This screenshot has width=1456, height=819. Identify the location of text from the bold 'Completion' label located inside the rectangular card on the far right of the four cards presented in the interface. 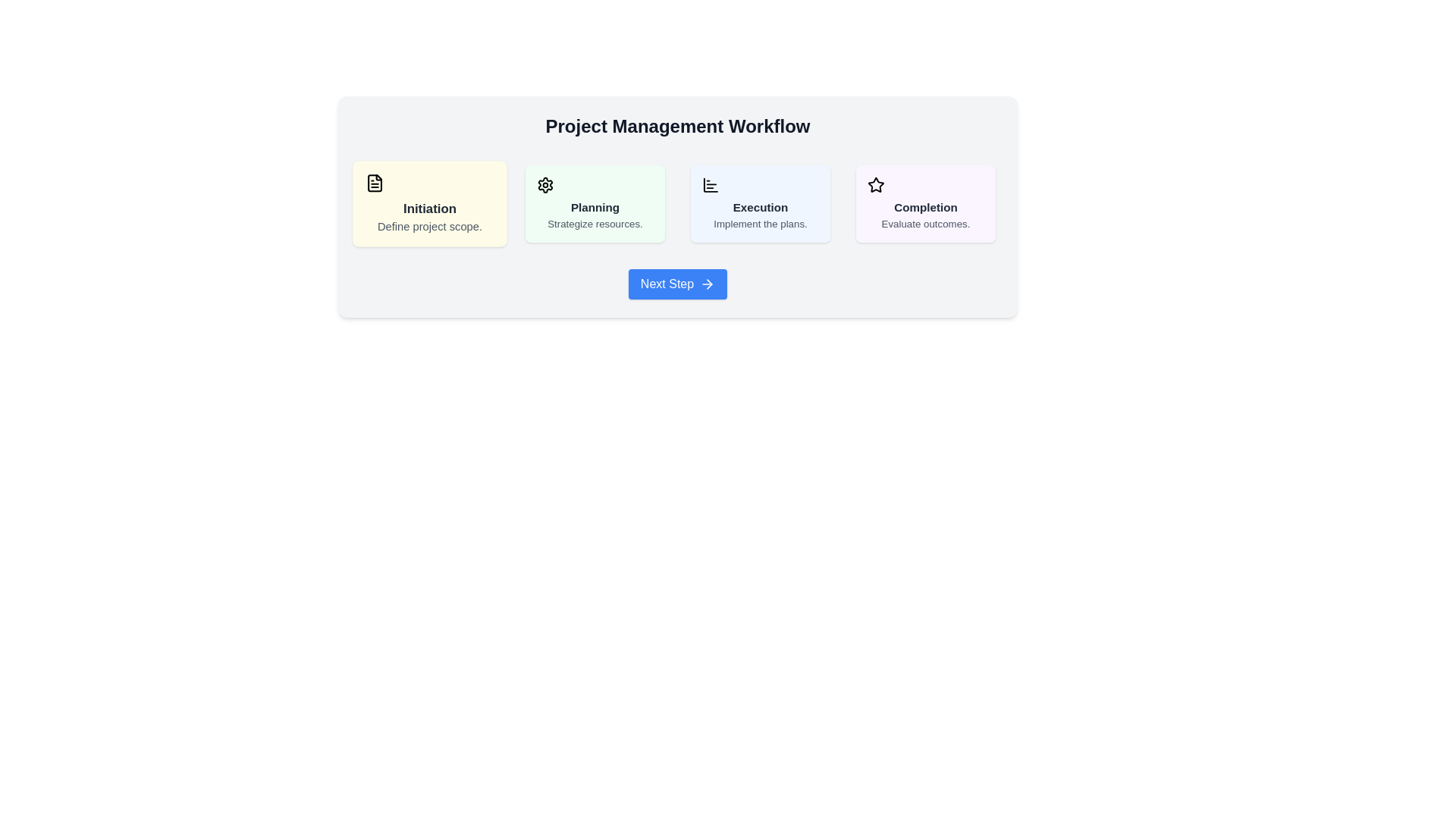
(924, 207).